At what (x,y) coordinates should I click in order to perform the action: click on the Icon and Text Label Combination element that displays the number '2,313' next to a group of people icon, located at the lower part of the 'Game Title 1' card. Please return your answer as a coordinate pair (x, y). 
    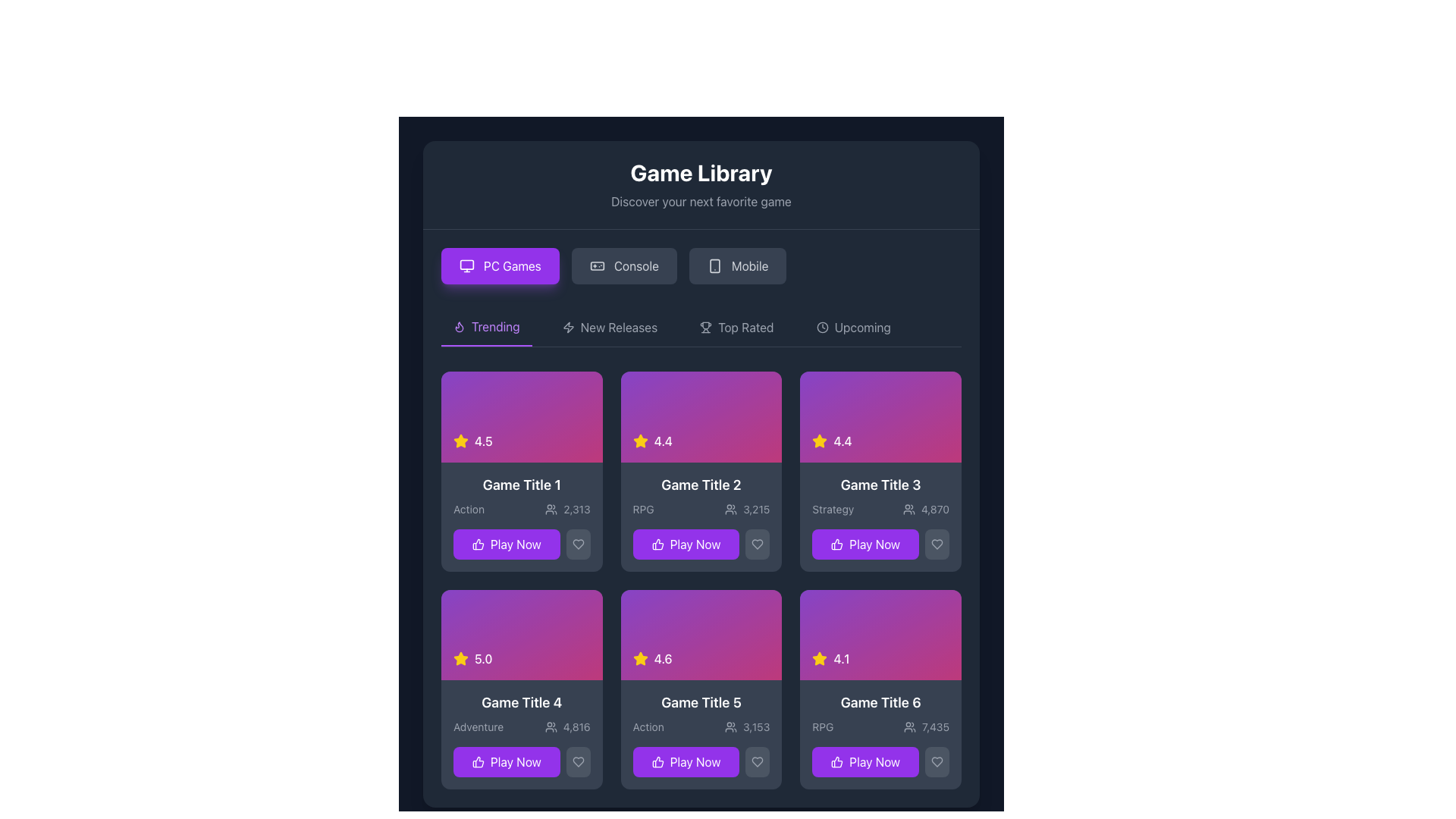
    Looking at the image, I should click on (566, 509).